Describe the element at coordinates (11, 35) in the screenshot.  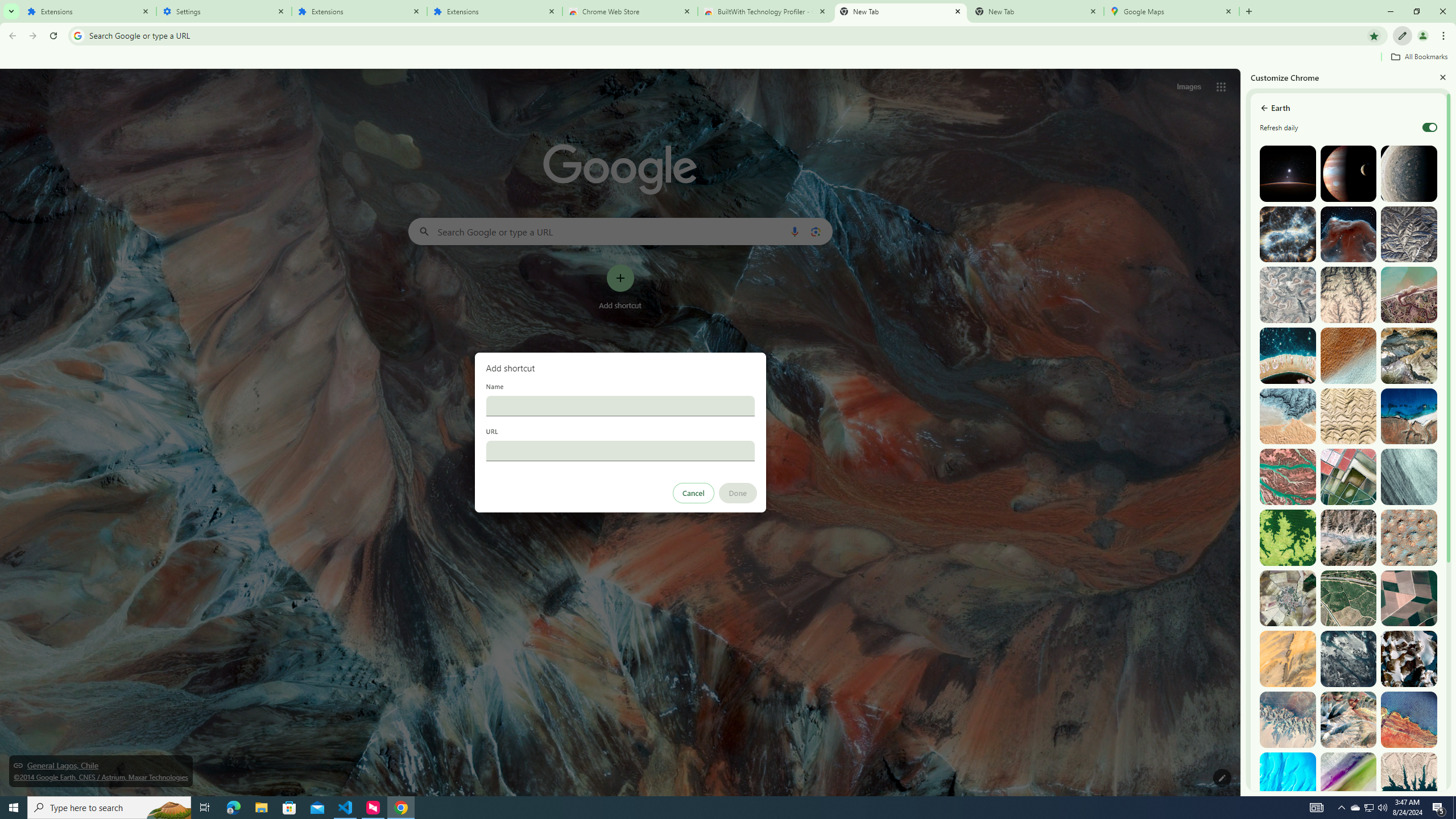
I see `'Back'` at that location.